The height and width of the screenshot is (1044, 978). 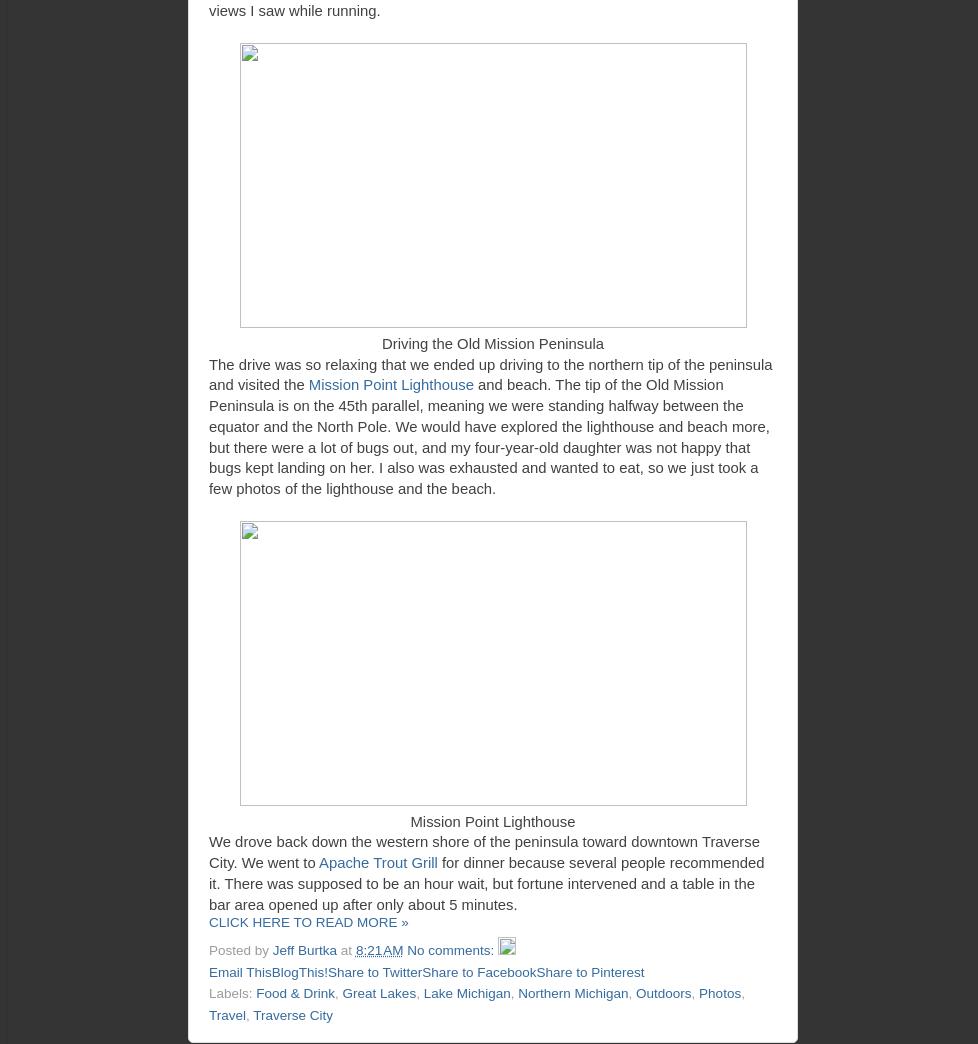 What do you see at coordinates (377, 993) in the screenshot?
I see `'Great Lakes'` at bounding box center [377, 993].